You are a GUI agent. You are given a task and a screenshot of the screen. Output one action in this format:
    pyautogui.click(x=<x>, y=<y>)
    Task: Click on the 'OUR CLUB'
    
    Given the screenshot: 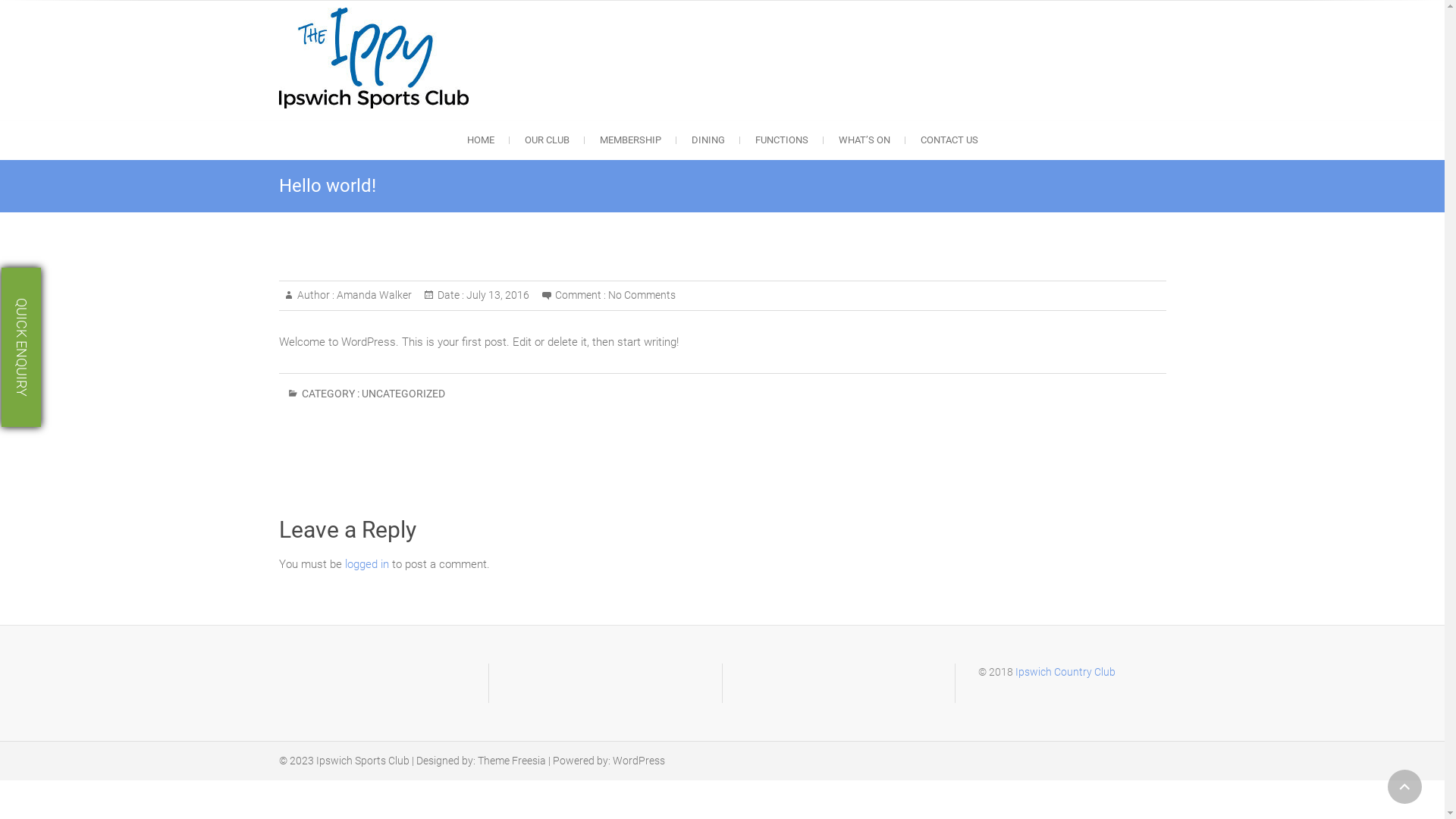 What is the action you would take?
    pyautogui.click(x=546, y=140)
    